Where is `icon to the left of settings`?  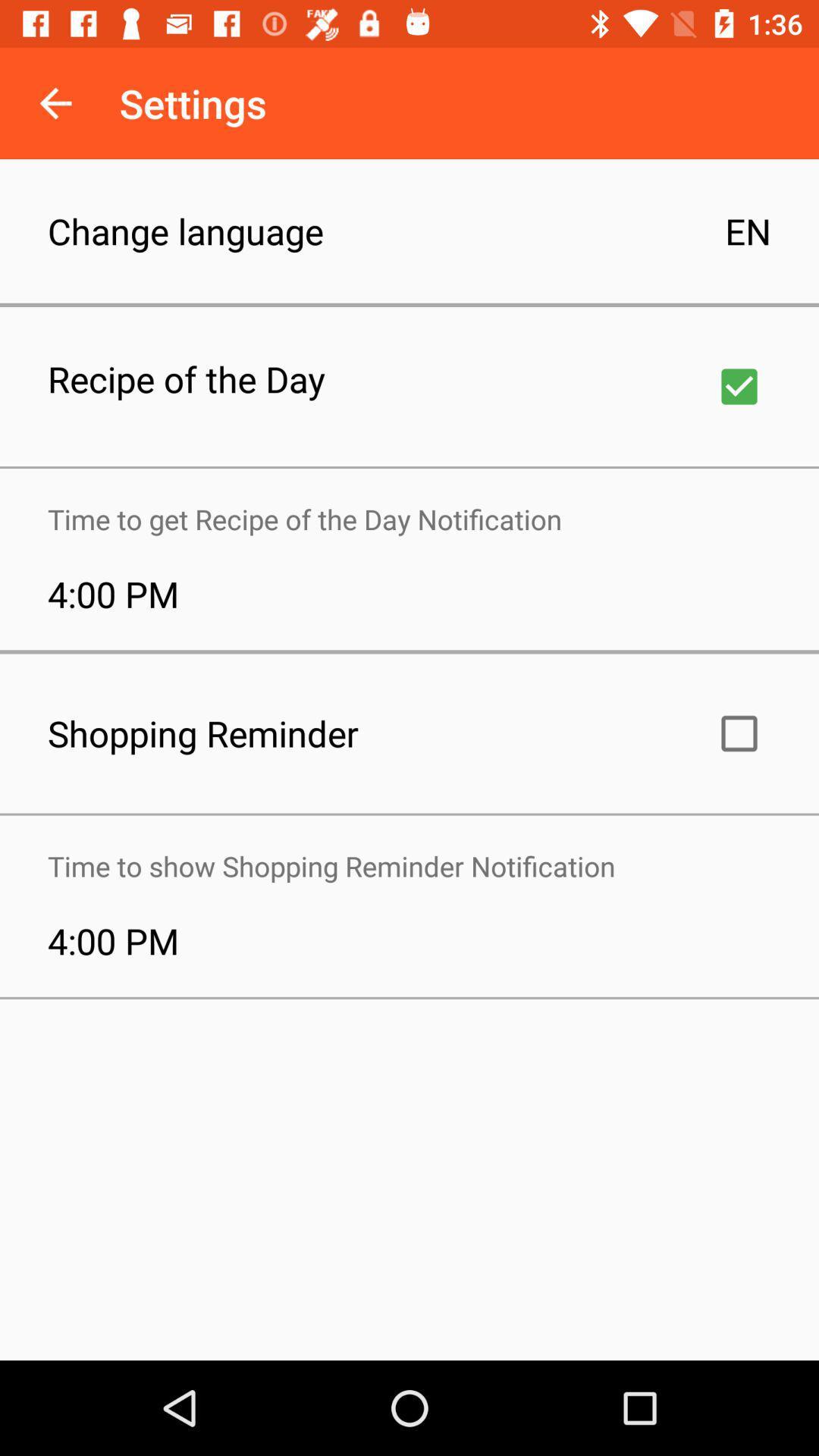
icon to the left of settings is located at coordinates (55, 102).